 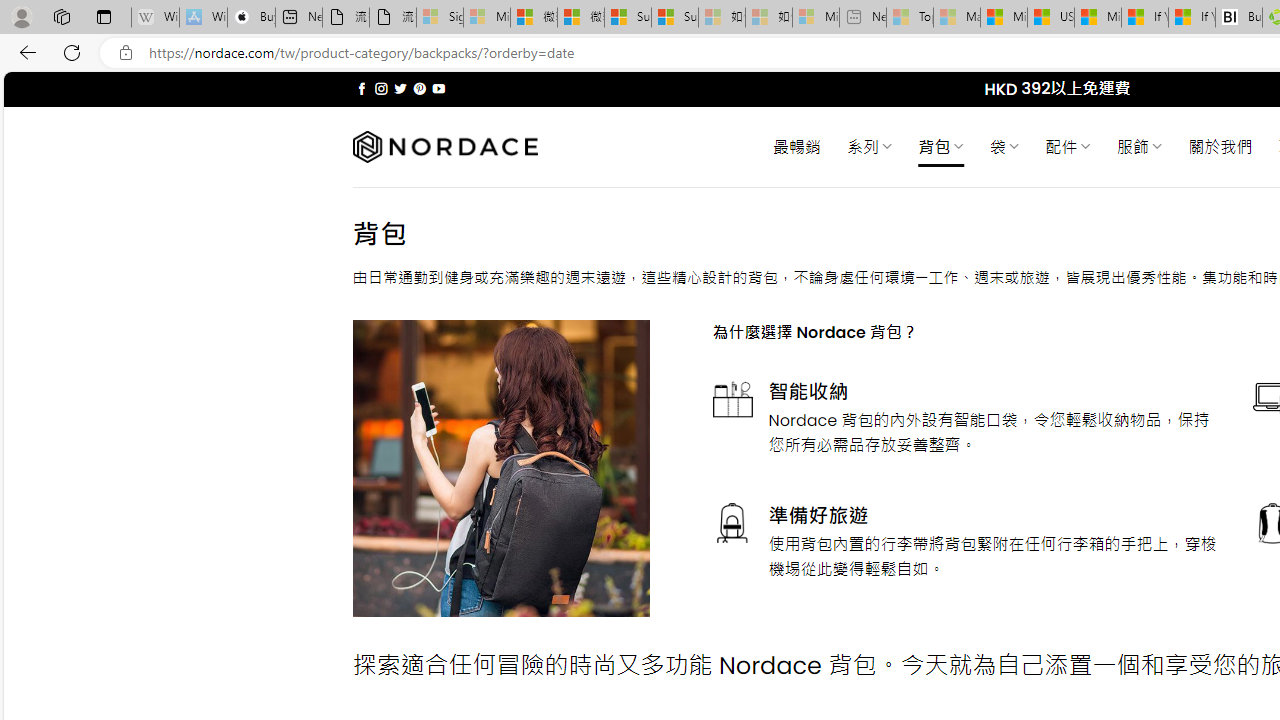 I want to click on 'Microsoft Start', so click(x=1097, y=17).